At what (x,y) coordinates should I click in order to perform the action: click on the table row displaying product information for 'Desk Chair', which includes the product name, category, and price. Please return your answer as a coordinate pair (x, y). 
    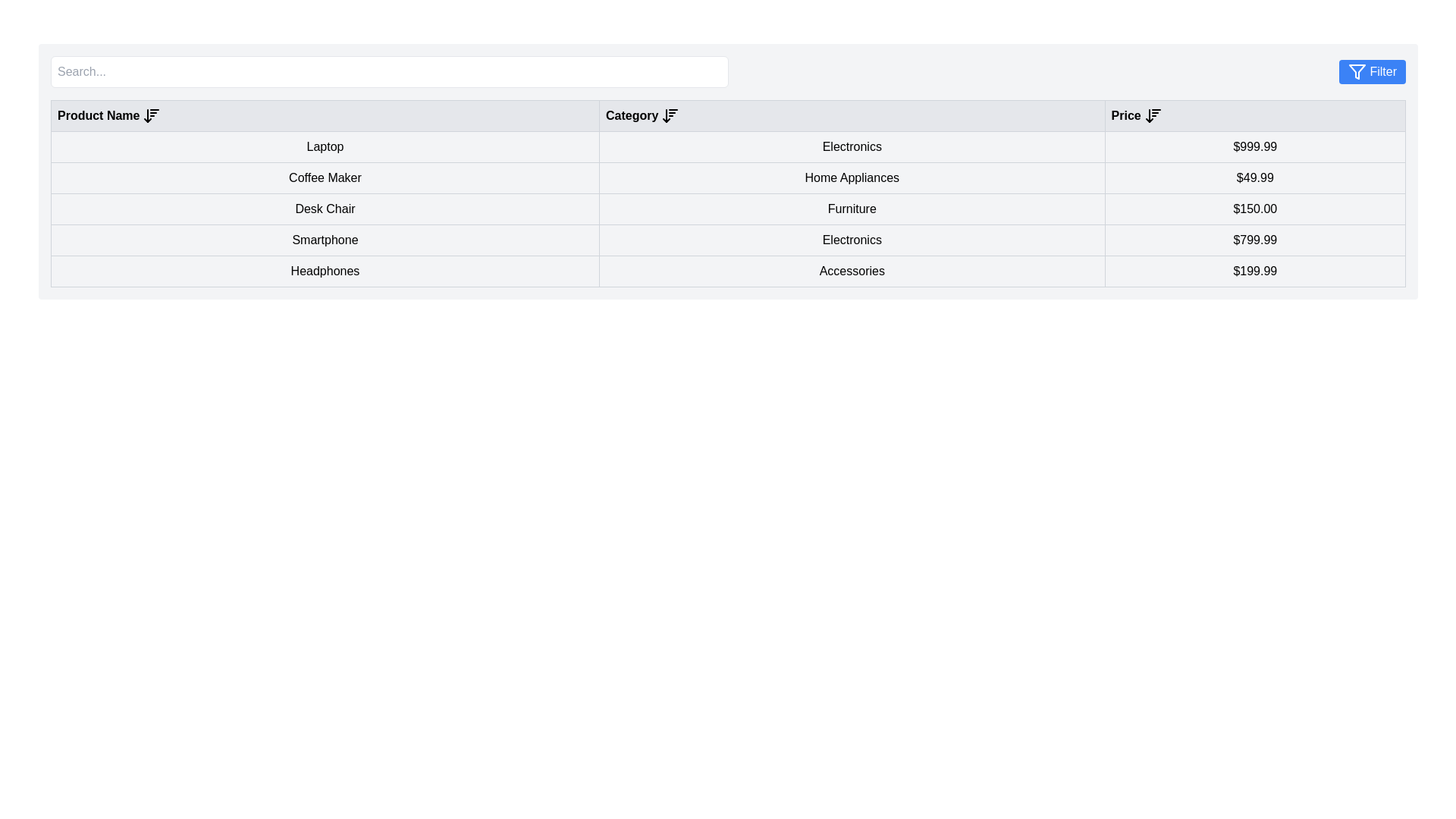
    Looking at the image, I should click on (728, 209).